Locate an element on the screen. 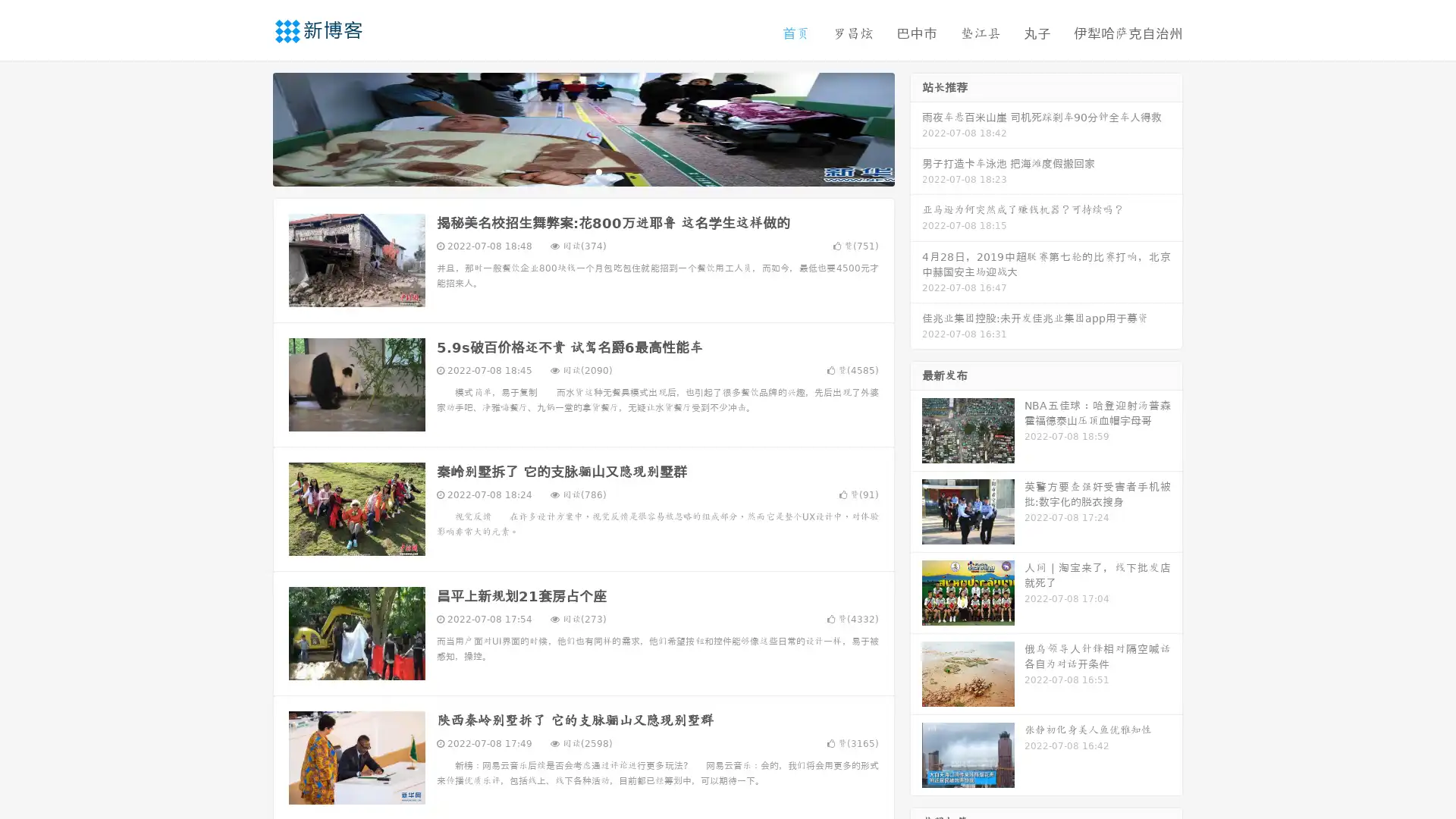 This screenshot has width=1456, height=819. Previous slide is located at coordinates (250, 127).